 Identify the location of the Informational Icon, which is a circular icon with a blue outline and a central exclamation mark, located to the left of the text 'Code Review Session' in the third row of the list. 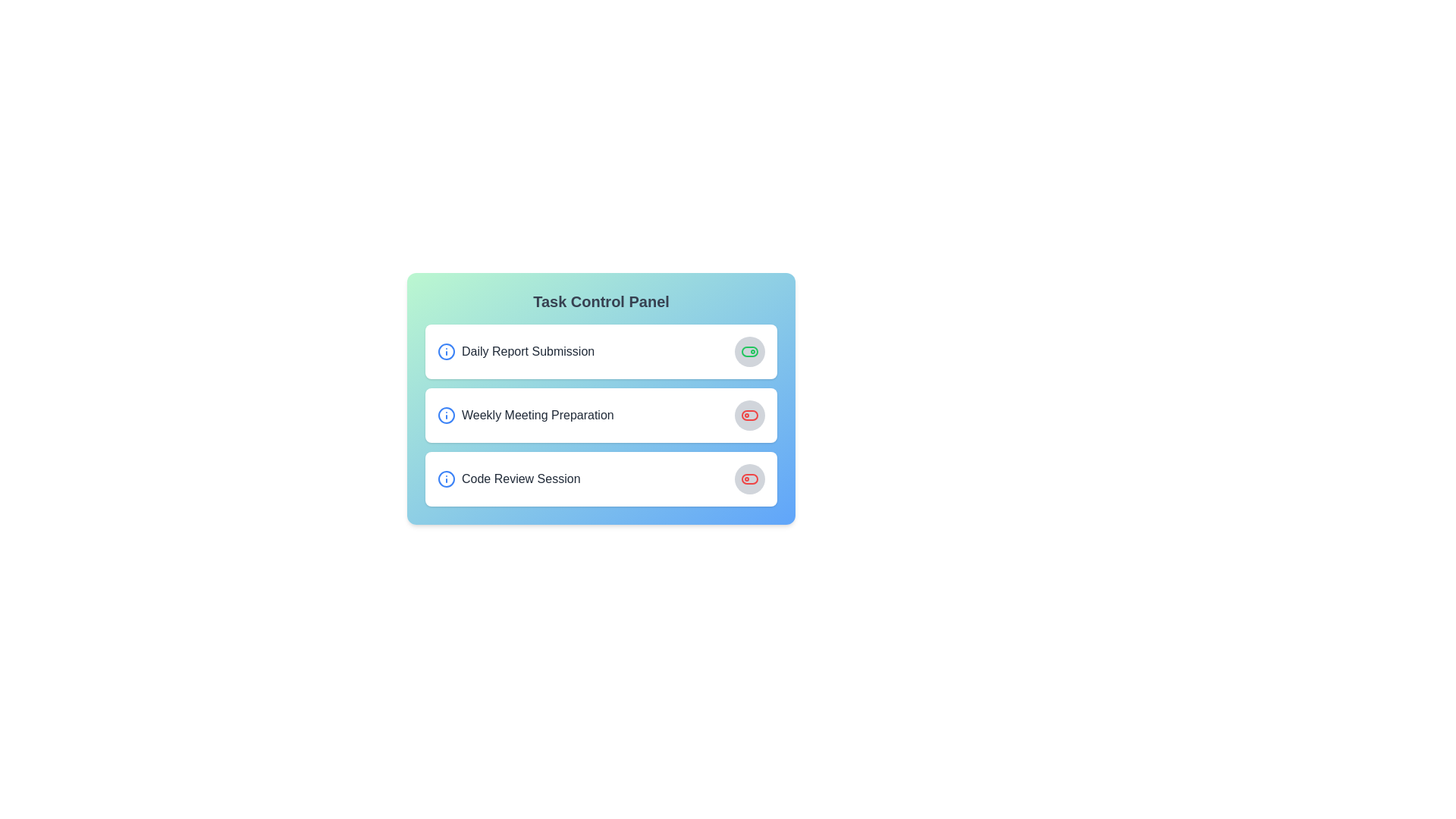
(446, 479).